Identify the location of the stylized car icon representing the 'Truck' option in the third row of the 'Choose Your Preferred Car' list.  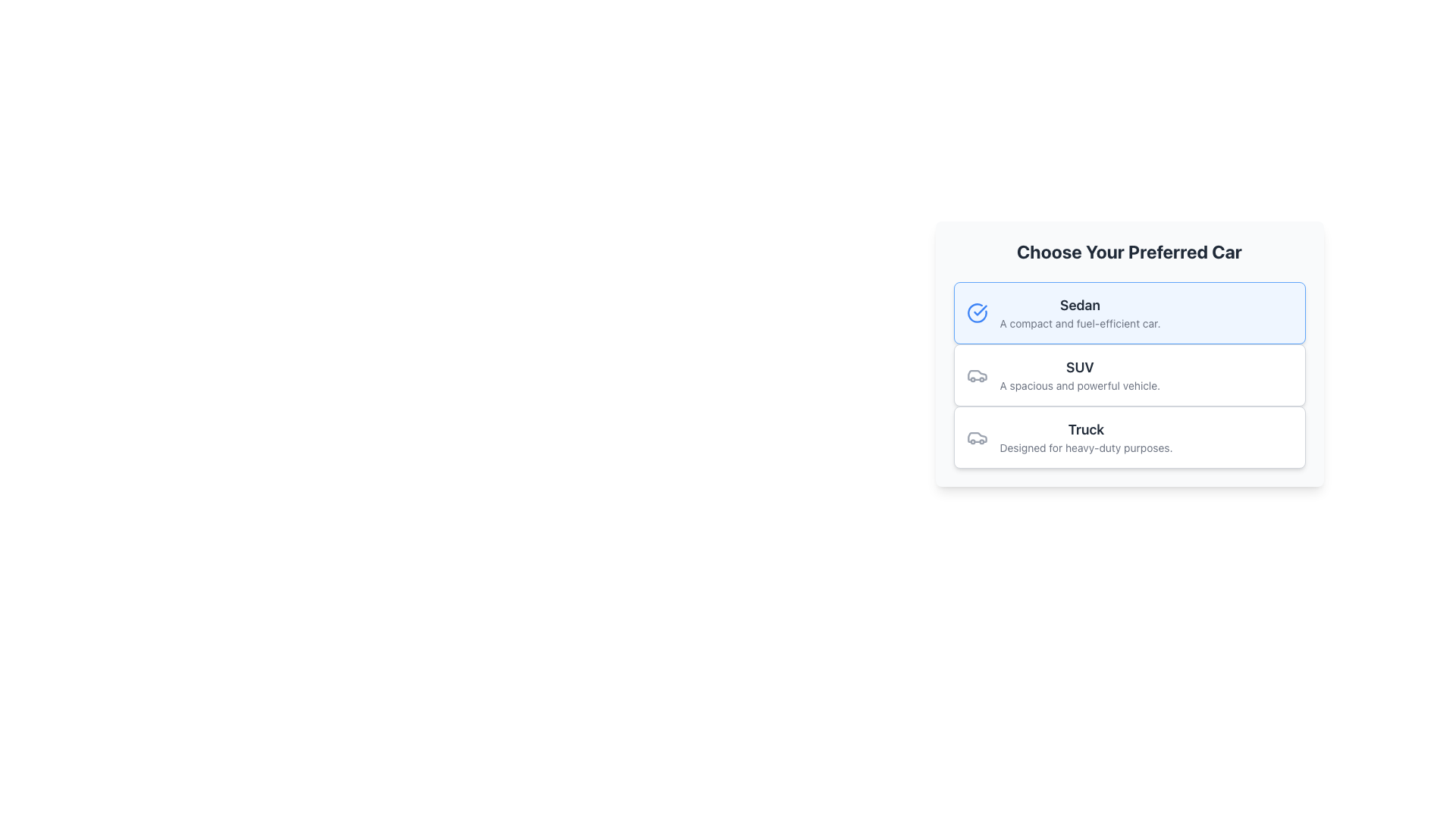
(977, 438).